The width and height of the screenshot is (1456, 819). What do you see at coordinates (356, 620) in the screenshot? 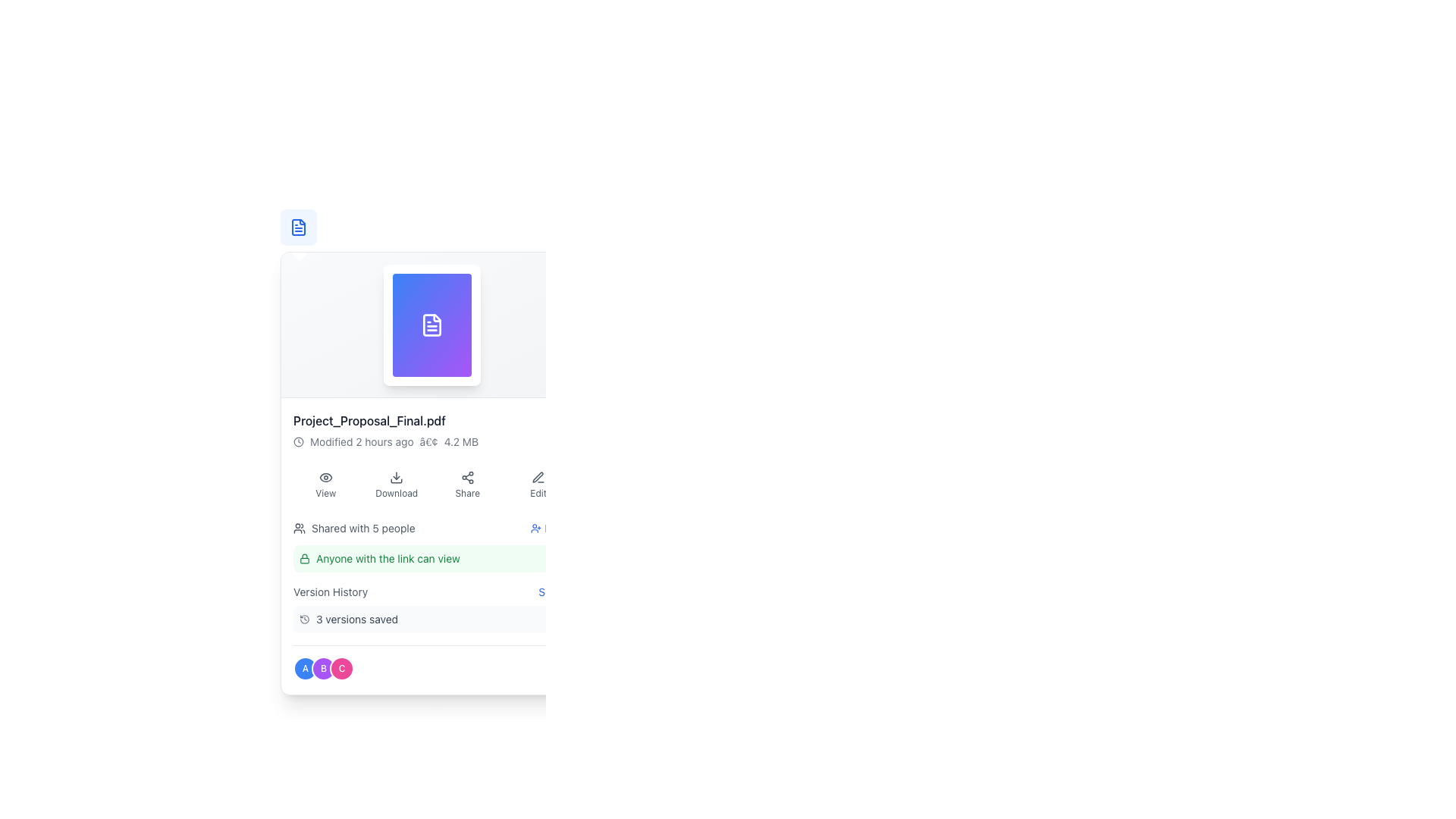
I see `the informational label indicating the number of versions saved, located in the 'Version History' section, to the right of the clock-like icon and above a clickable link or button` at bounding box center [356, 620].